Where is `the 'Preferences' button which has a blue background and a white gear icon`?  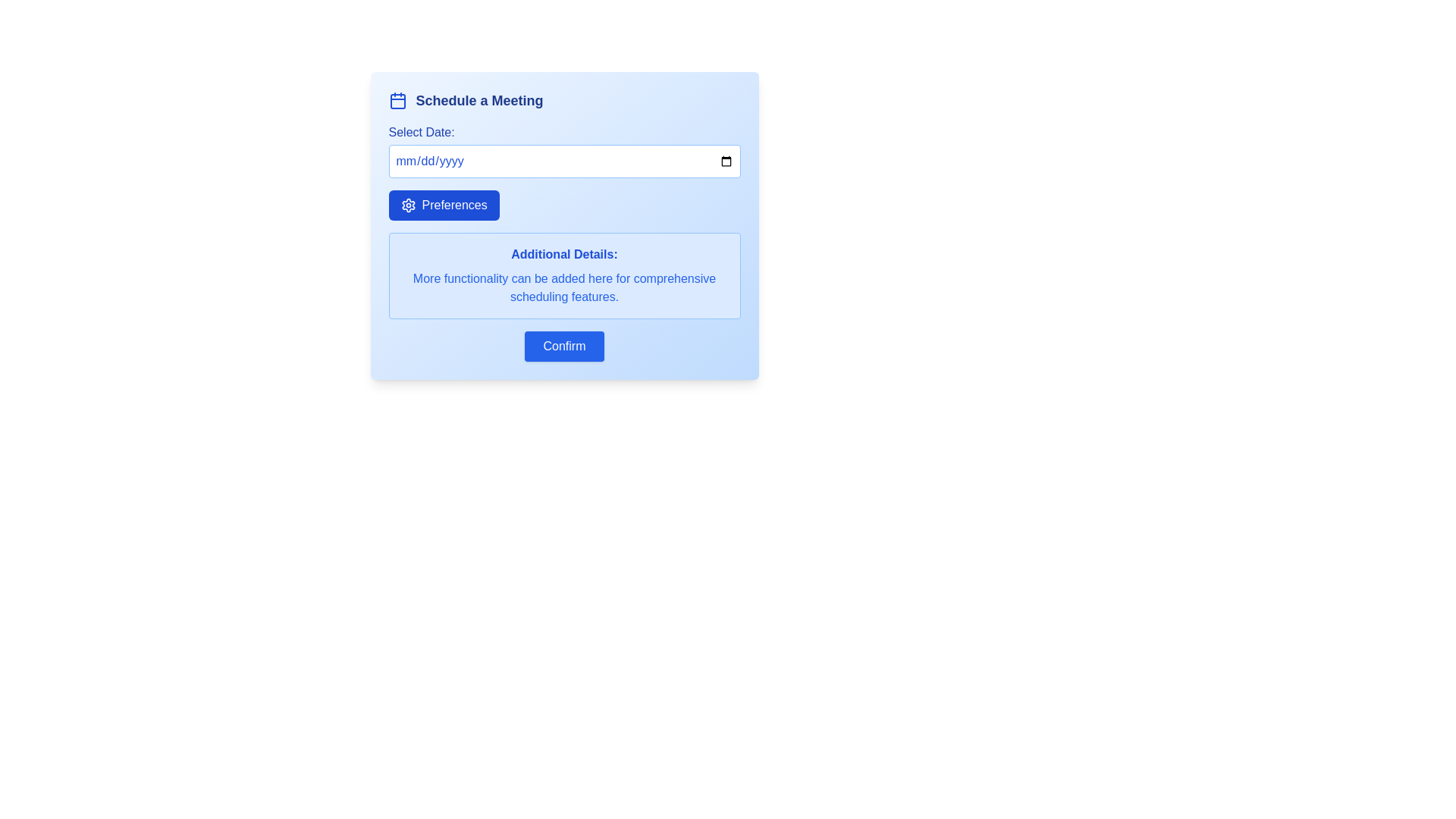
the 'Preferences' button which has a blue background and a white gear icon is located at coordinates (443, 205).